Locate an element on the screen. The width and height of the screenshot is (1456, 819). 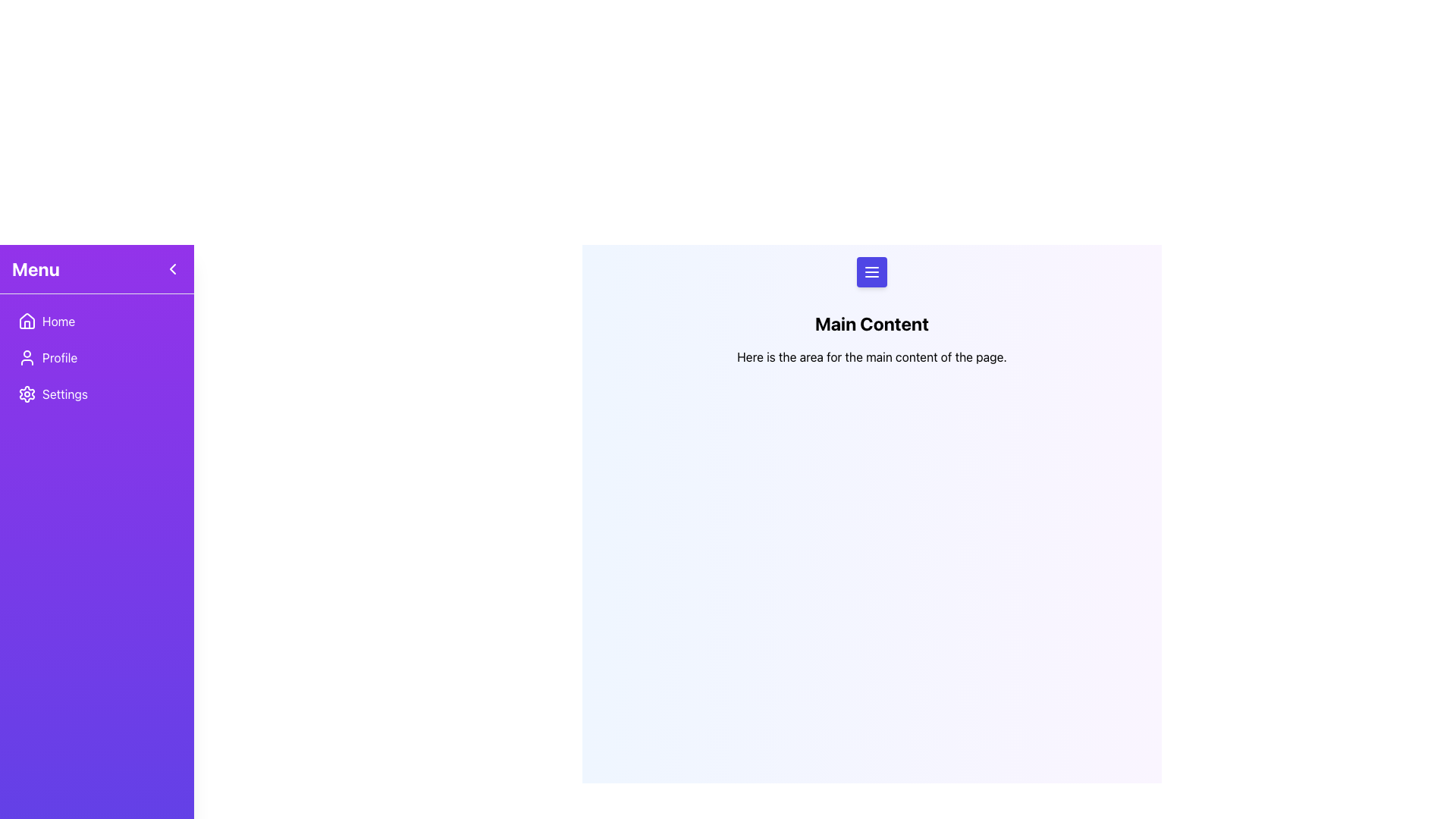
the 'Home' text label, which is styled with white font on a purple background and located next to a house icon in the vertical side menu panel is located at coordinates (58, 321).